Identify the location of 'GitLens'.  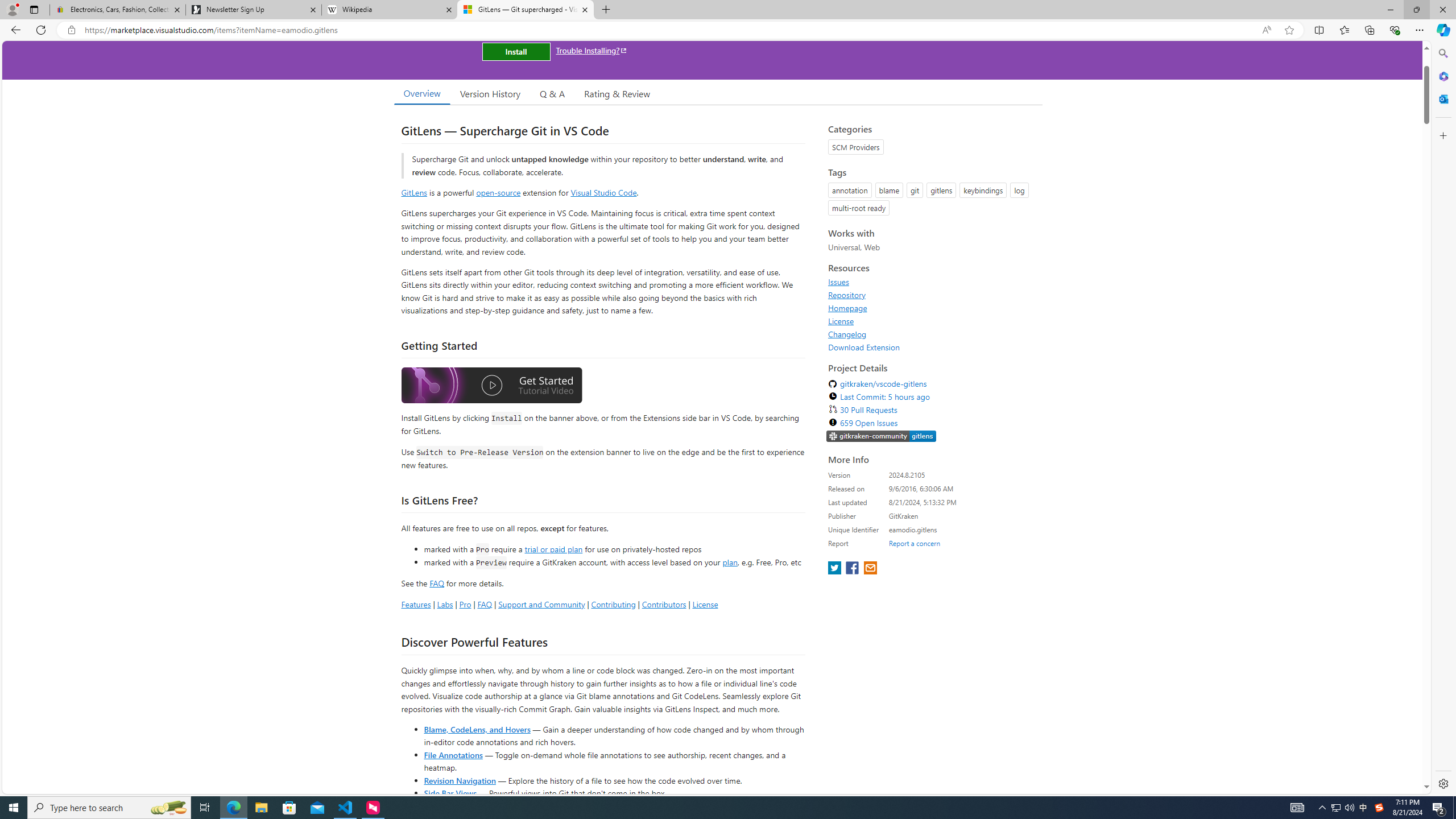
(413, 192).